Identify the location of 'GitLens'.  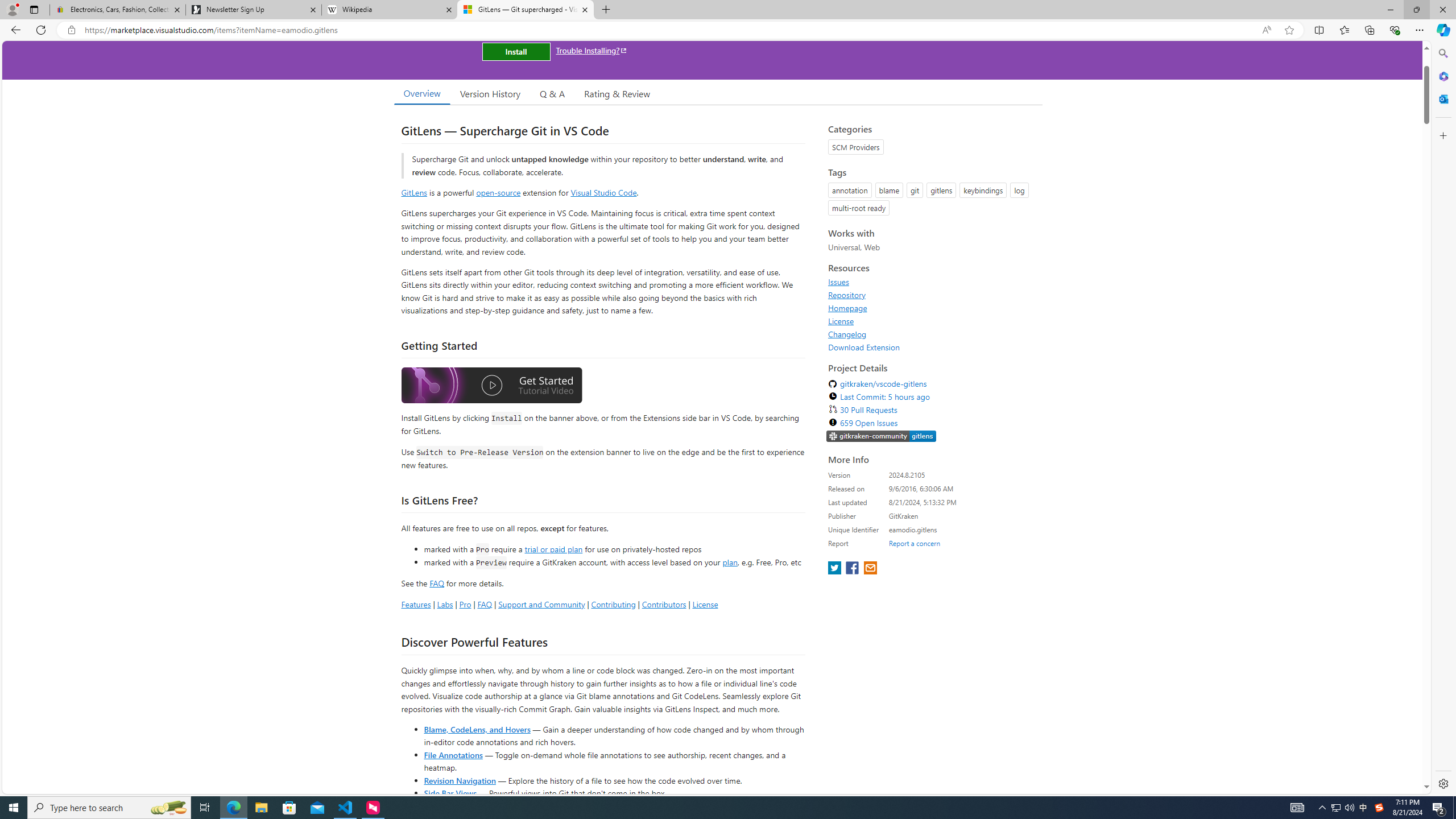
(413, 192).